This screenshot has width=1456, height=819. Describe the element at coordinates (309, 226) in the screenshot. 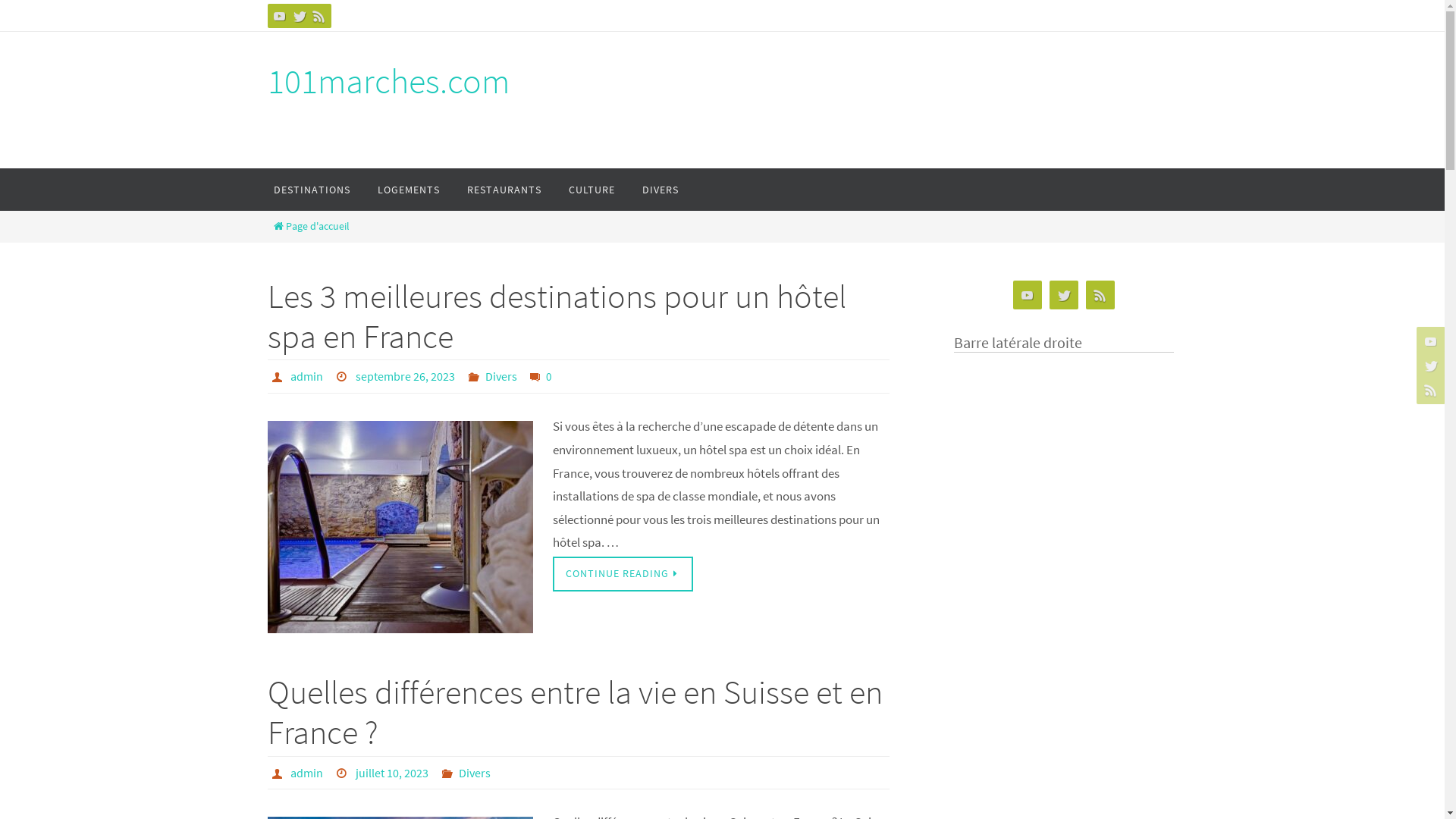

I see `'Page d'accueil'` at that location.